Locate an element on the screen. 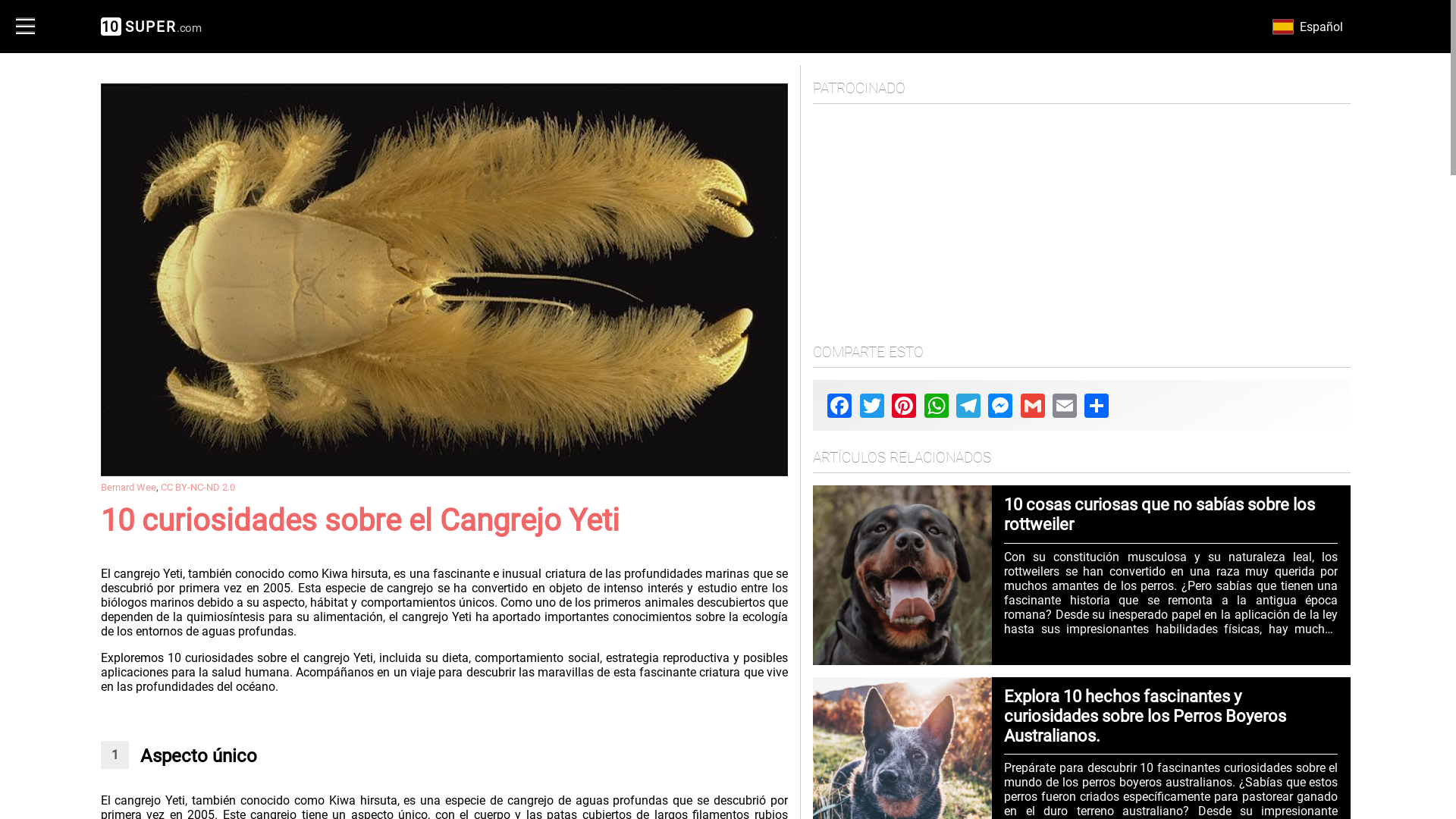  'Messenger' is located at coordinates (1000, 405).